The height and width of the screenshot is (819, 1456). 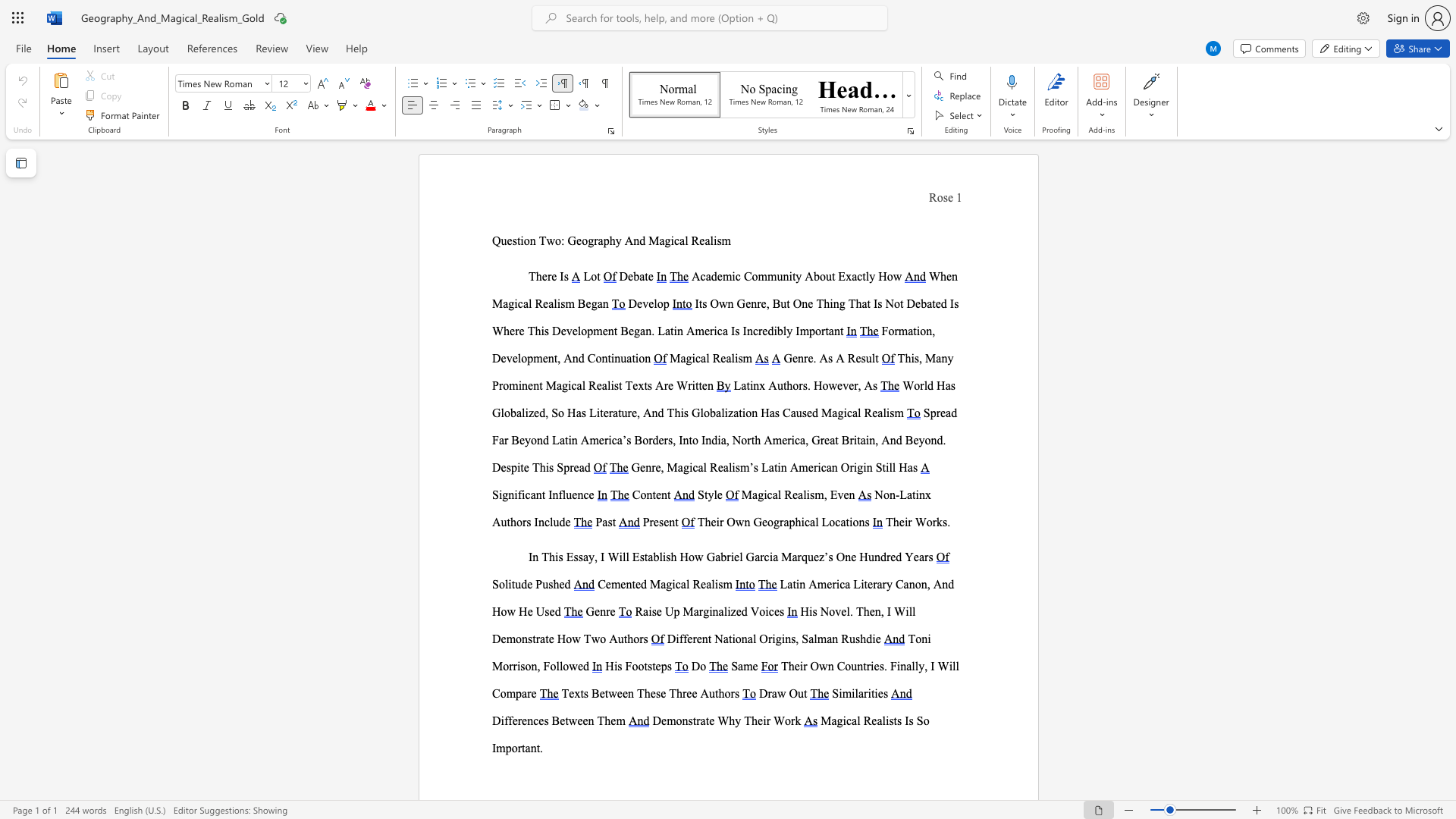 I want to click on the subset text "gical Reali" within the text "Magical Realism, Even", so click(x=758, y=494).